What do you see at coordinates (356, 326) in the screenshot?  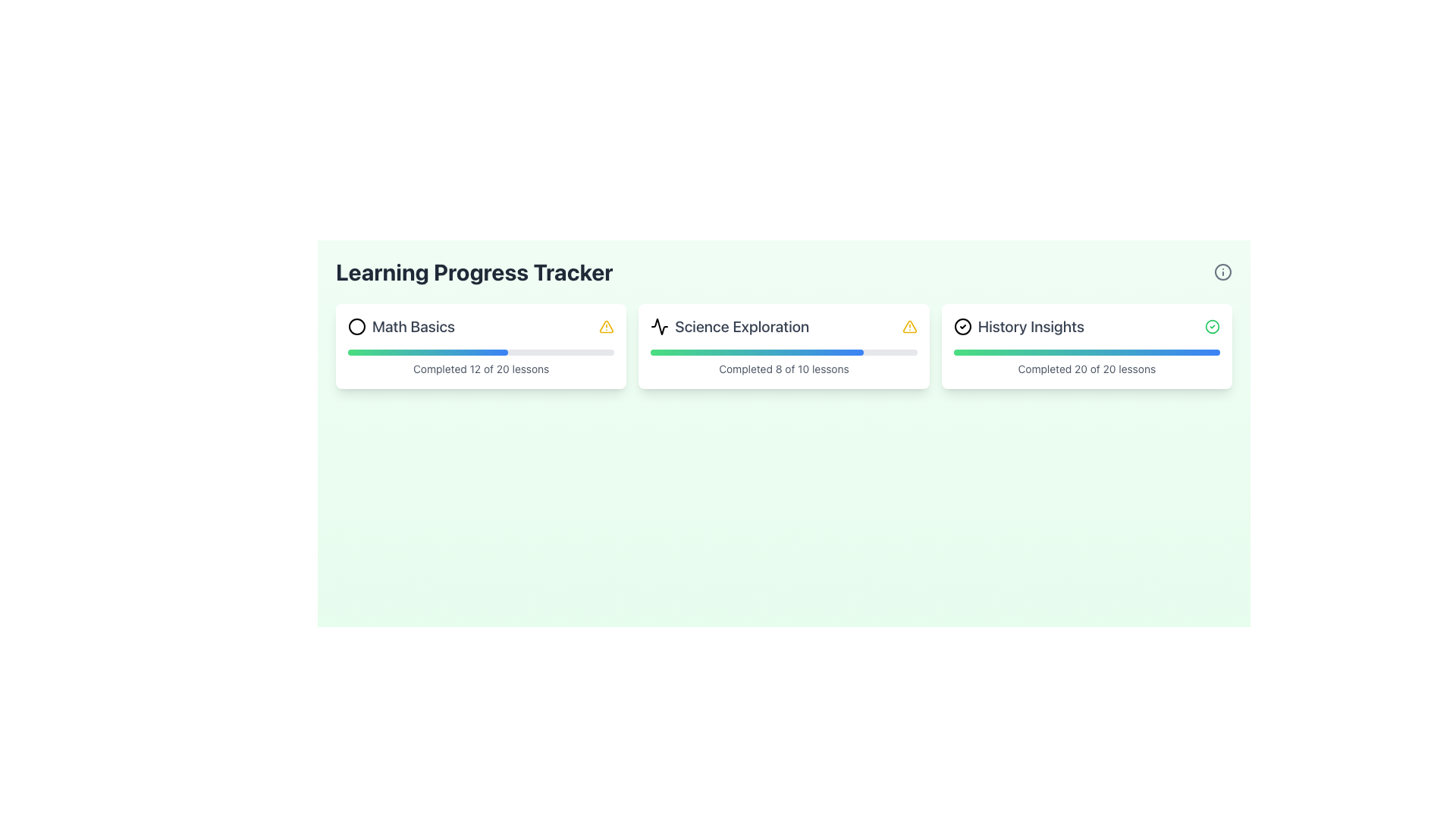 I see `the decorative circle icon representing the 'Math Basics' section in the learning progress tracker UI` at bounding box center [356, 326].